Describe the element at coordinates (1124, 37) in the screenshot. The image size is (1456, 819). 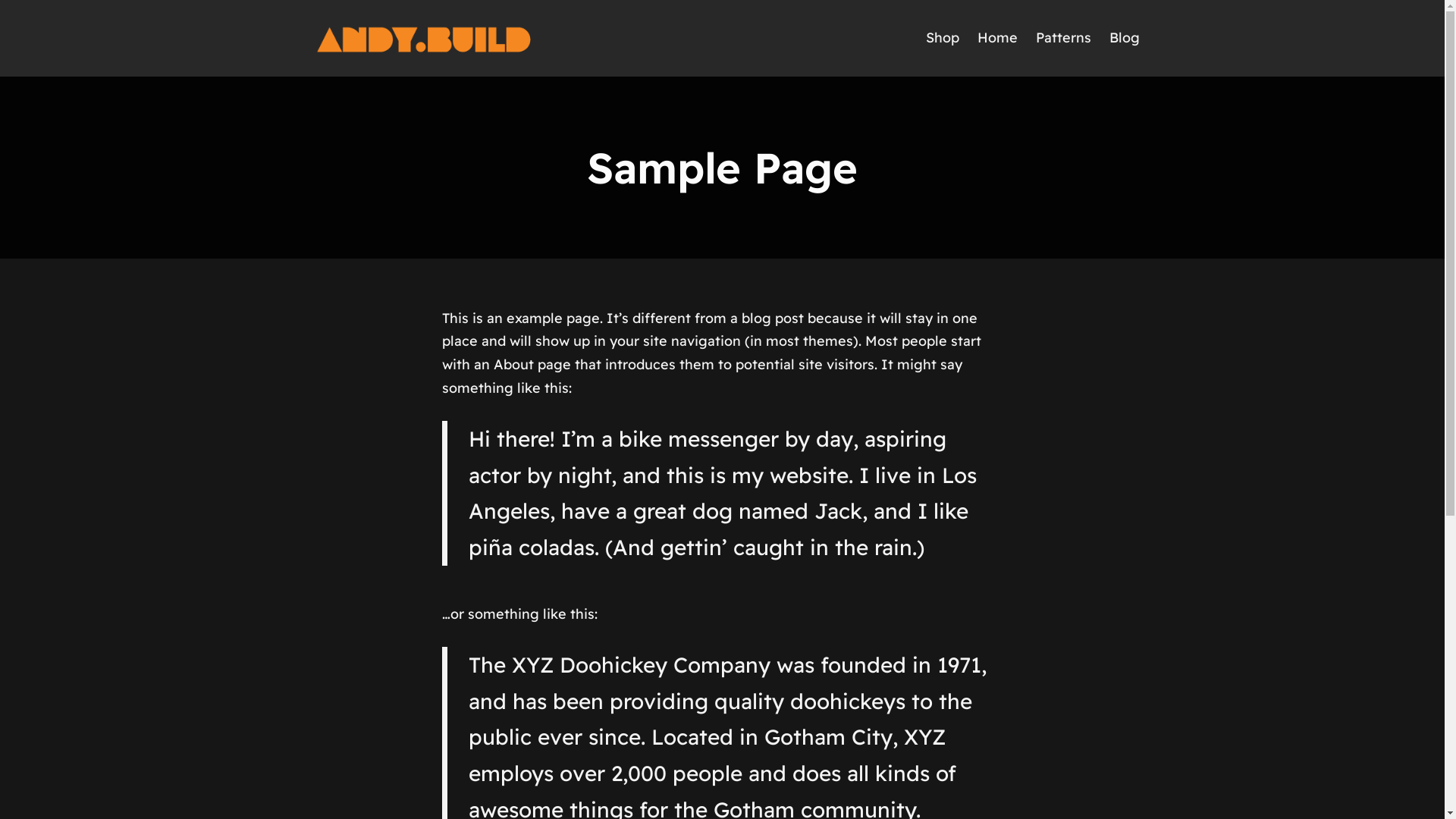
I see `'Blog'` at that location.